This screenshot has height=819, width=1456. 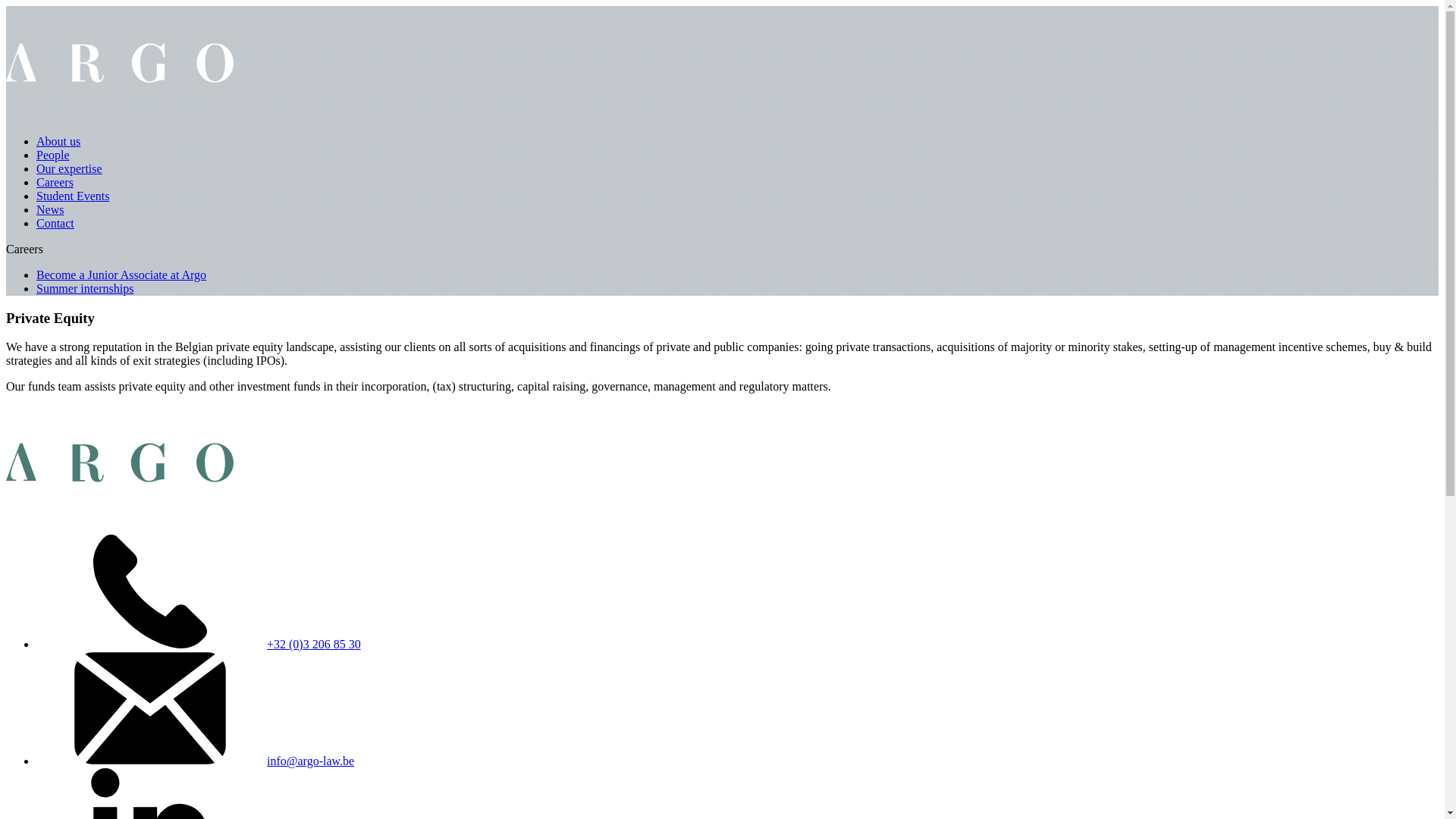 What do you see at coordinates (36, 195) in the screenshot?
I see `'Student Events'` at bounding box center [36, 195].